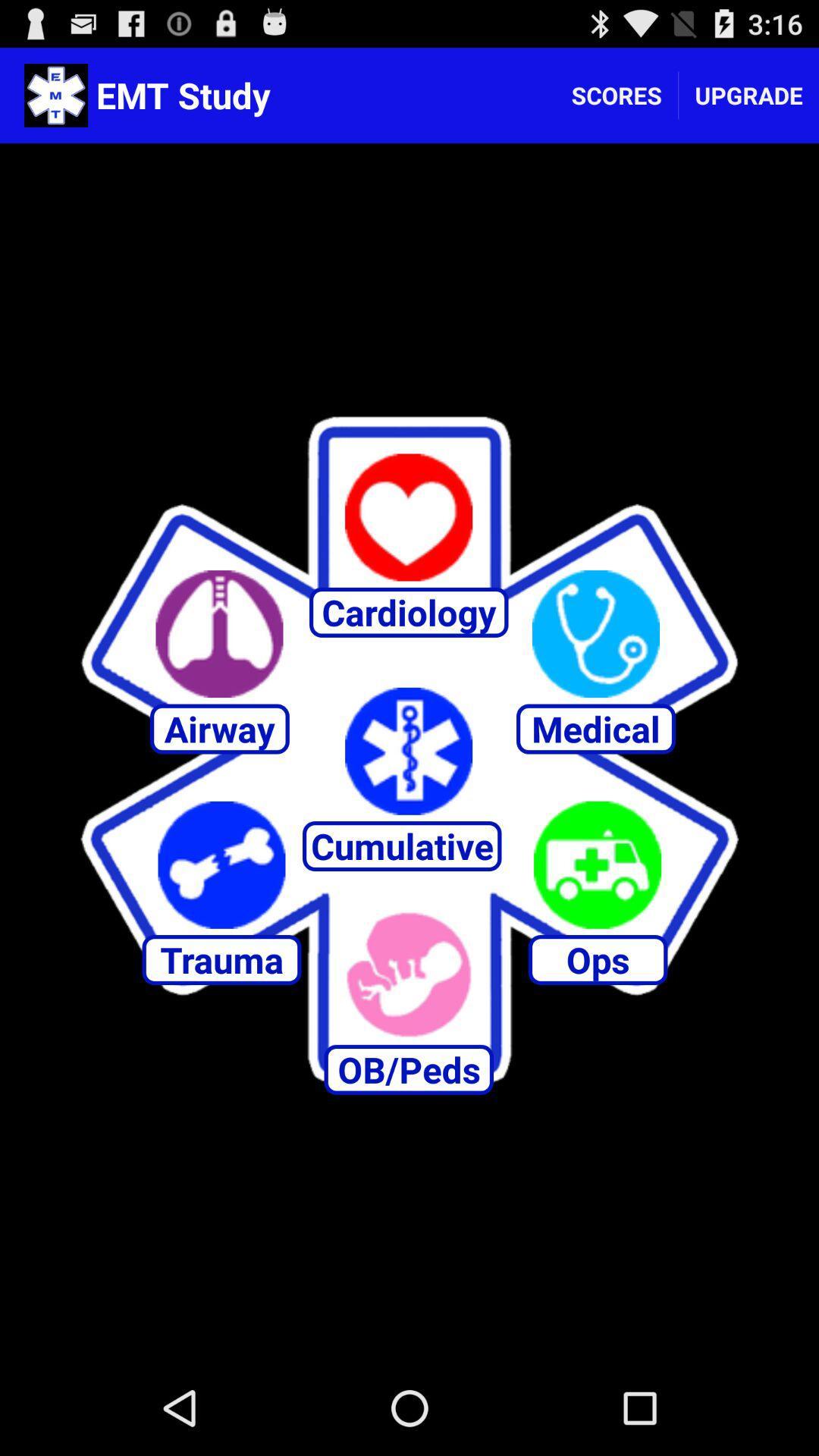 The width and height of the screenshot is (819, 1456). Describe the element at coordinates (408, 974) in the screenshot. I see `click the ob/peds option` at that location.